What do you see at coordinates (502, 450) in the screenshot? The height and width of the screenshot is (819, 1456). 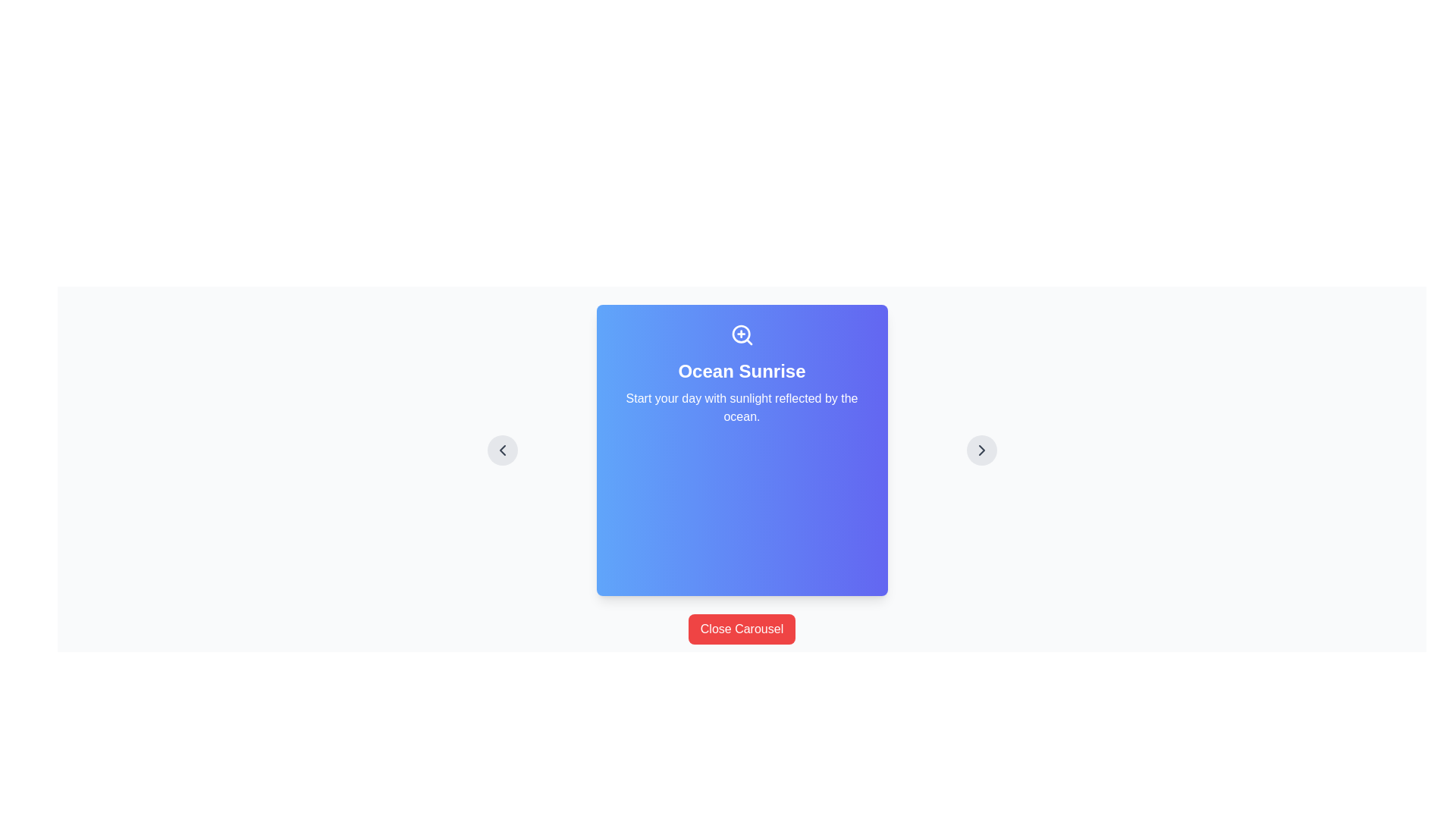 I see `the navigation button located to the left of the 'Ocean Sunrise' content panel` at bounding box center [502, 450].